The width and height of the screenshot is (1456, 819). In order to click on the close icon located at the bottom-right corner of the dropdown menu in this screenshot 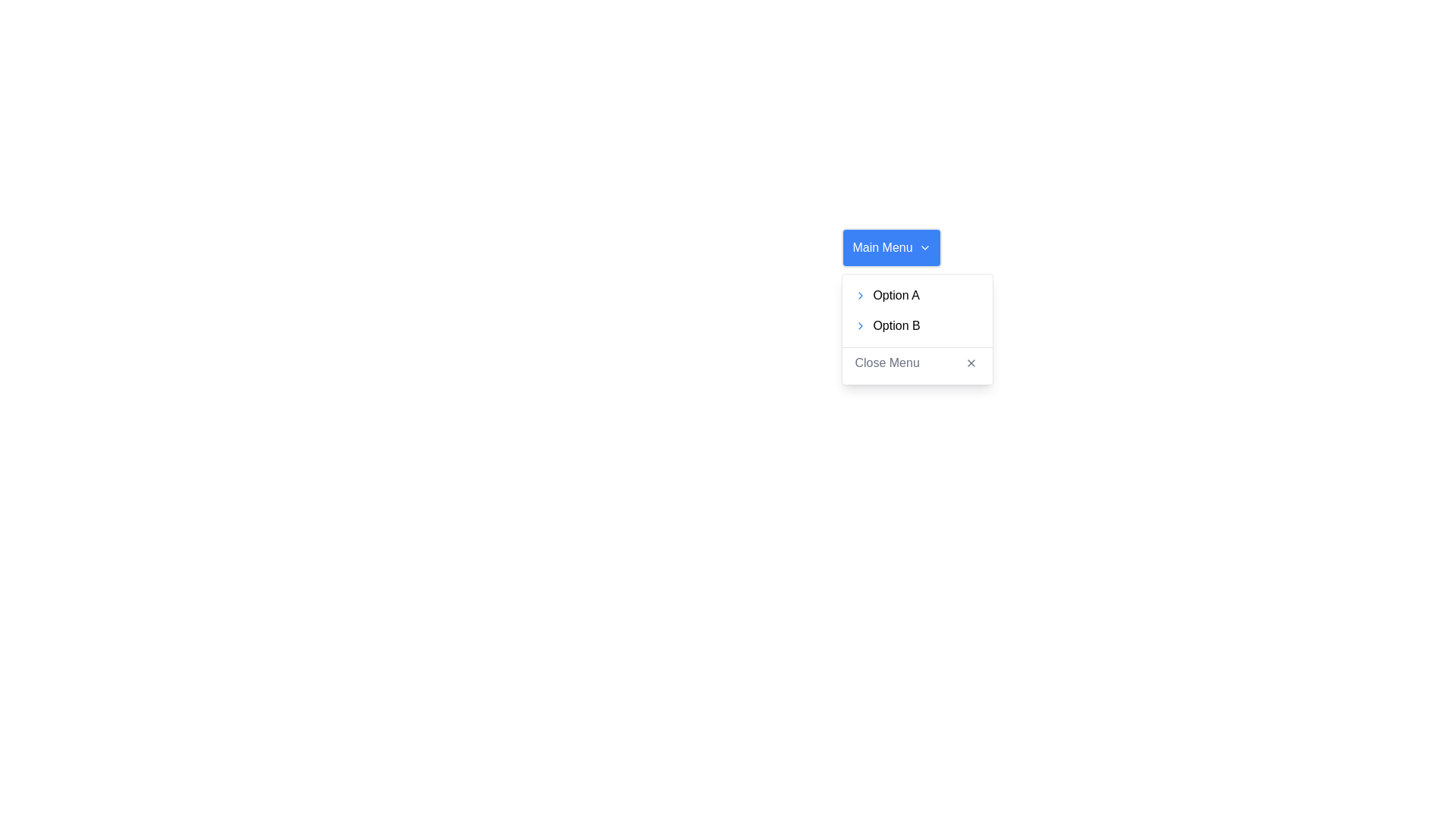, I will do `click(971, 362)`.